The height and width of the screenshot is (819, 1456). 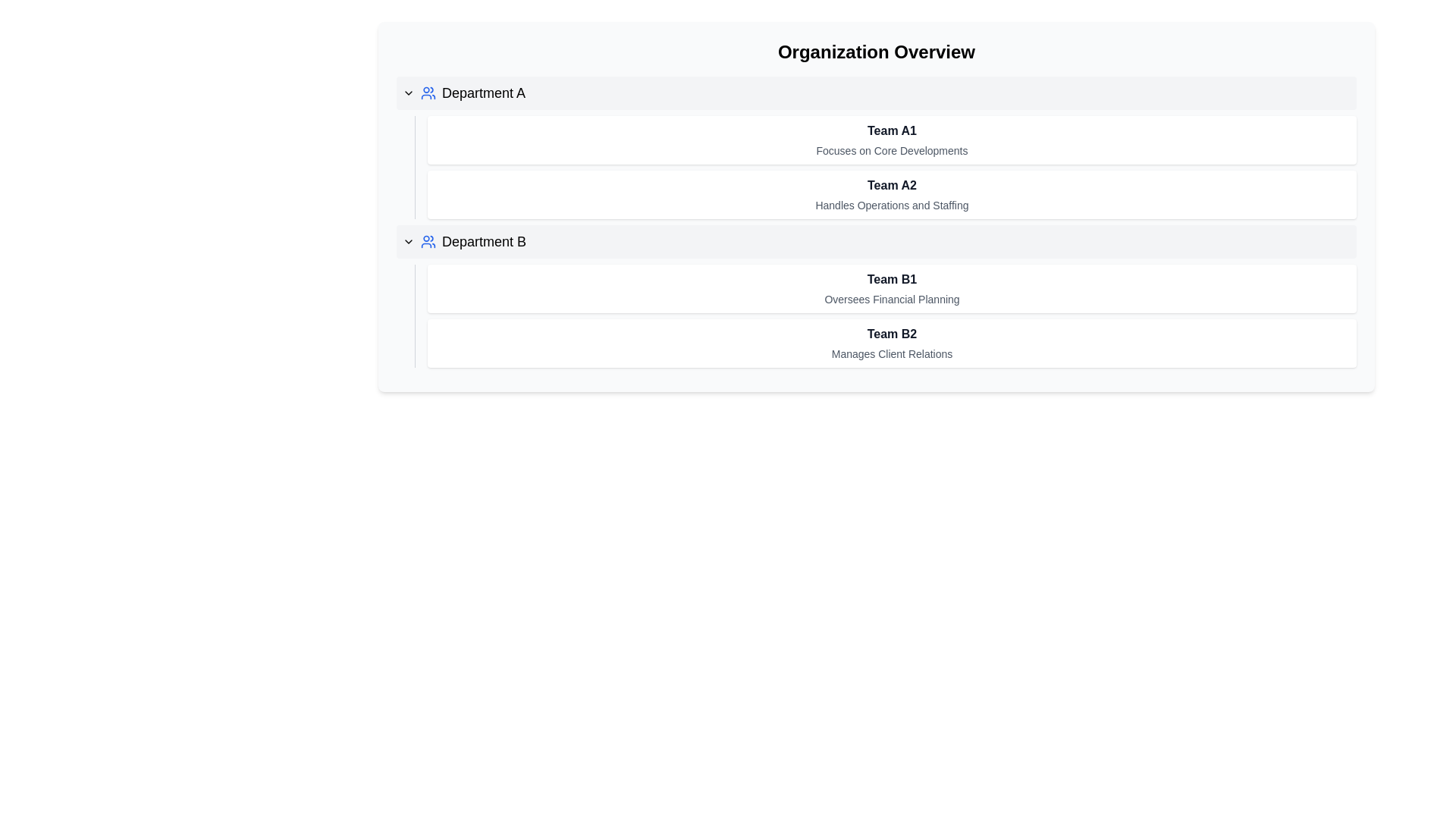 I want to click on the SVG icon representing users or a group of people located to the left of the text label 'Department B' in the interactive segment, so click(x=428, y=241).